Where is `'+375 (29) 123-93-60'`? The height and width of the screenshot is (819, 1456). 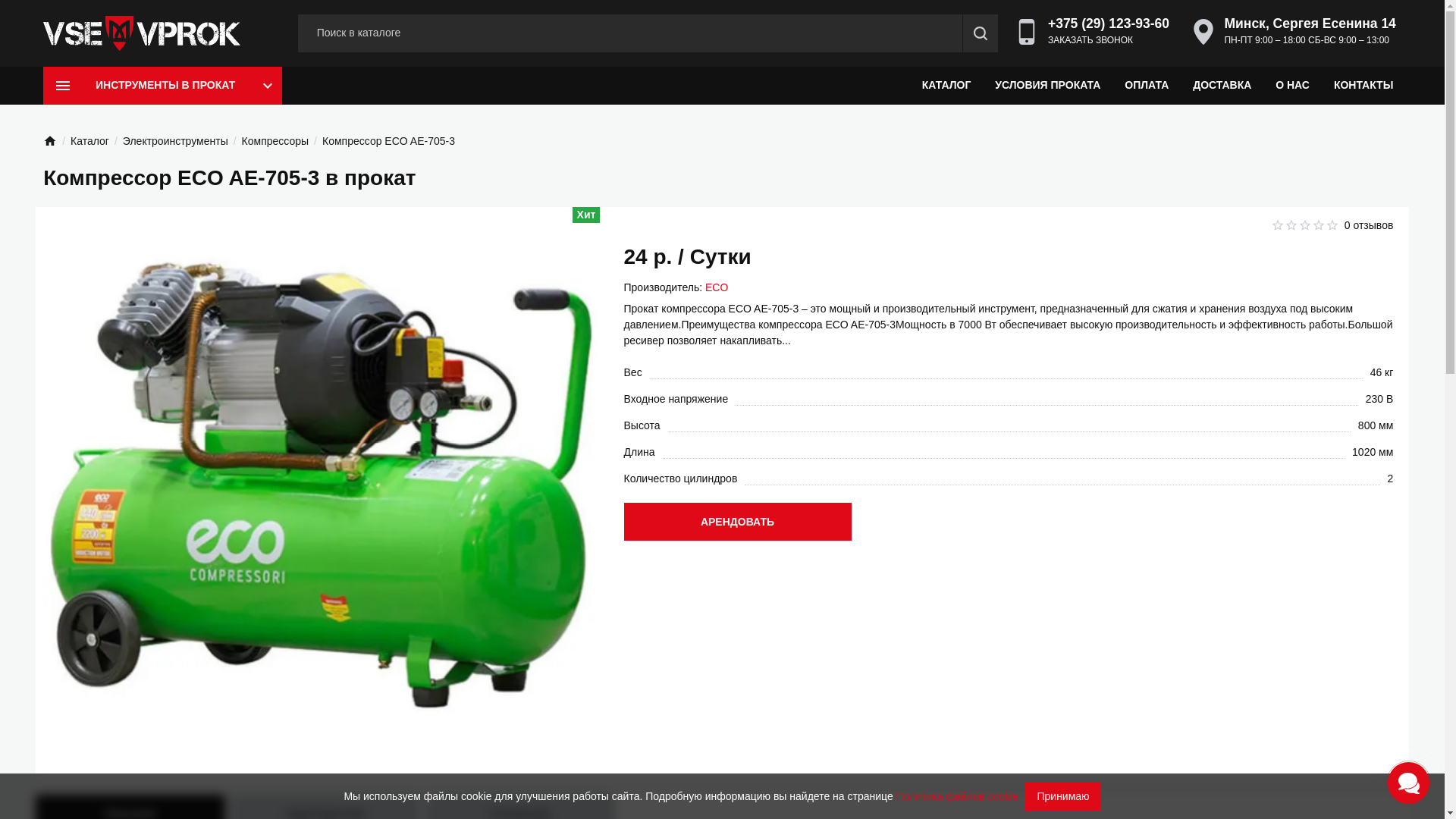 '+375 (29) 123-93-60' is located at coordinates (1109, 23).